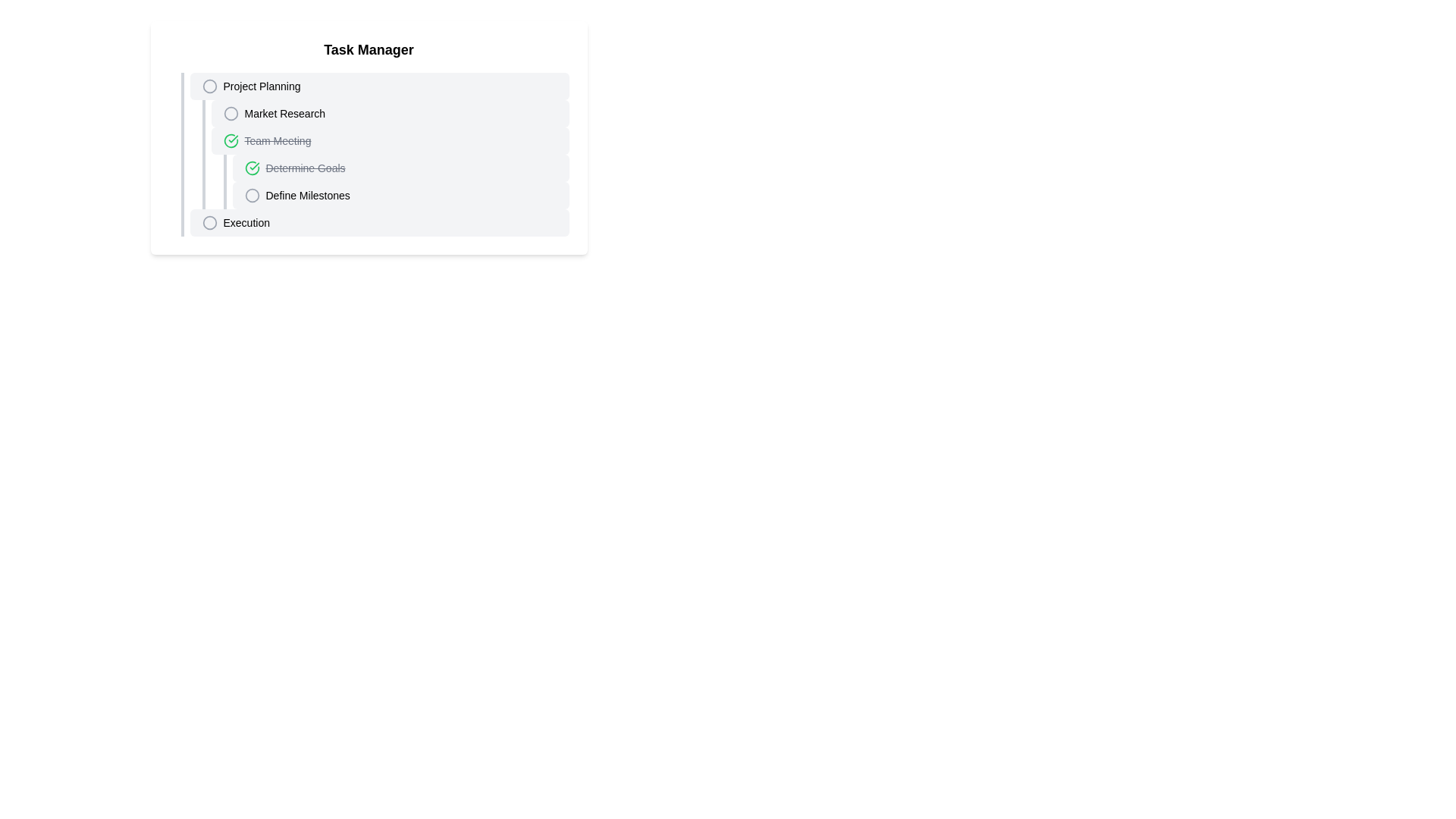  I want to click on the circular indicator, so click(209, 86).